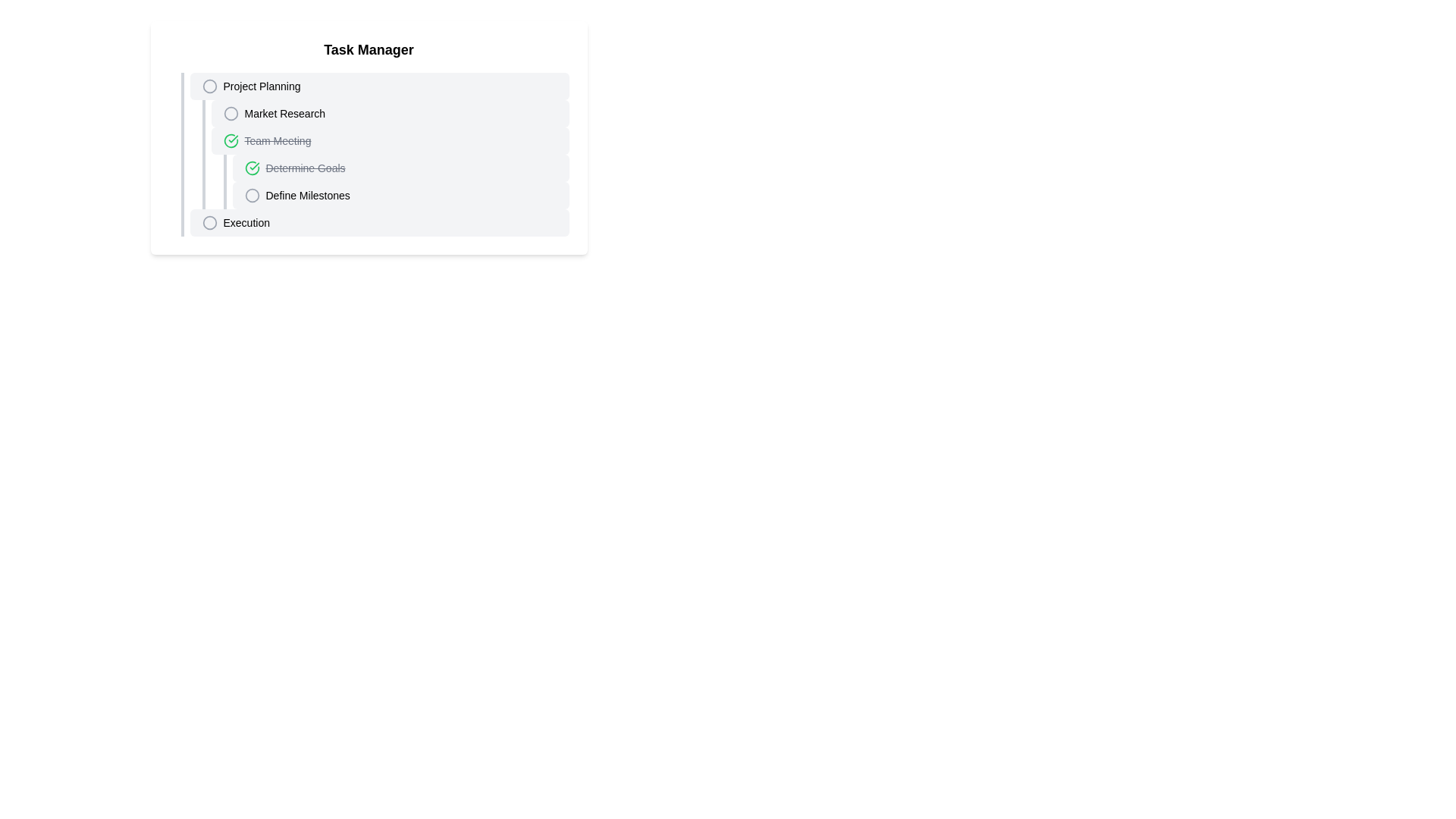  I want to click on the circular indicator, so click(209, 86).